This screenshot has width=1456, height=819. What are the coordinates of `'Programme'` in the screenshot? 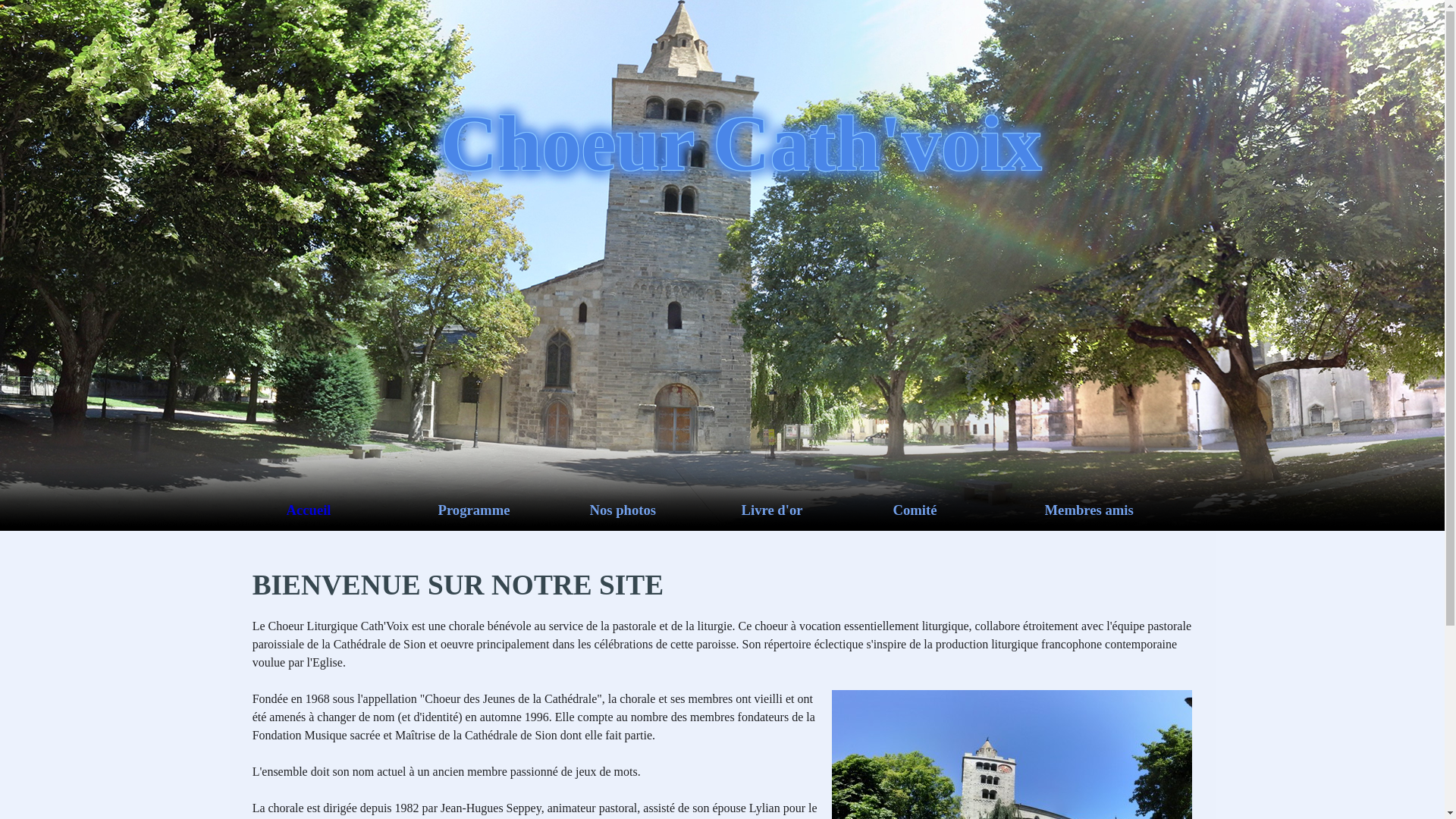 It's located at (437, 510).